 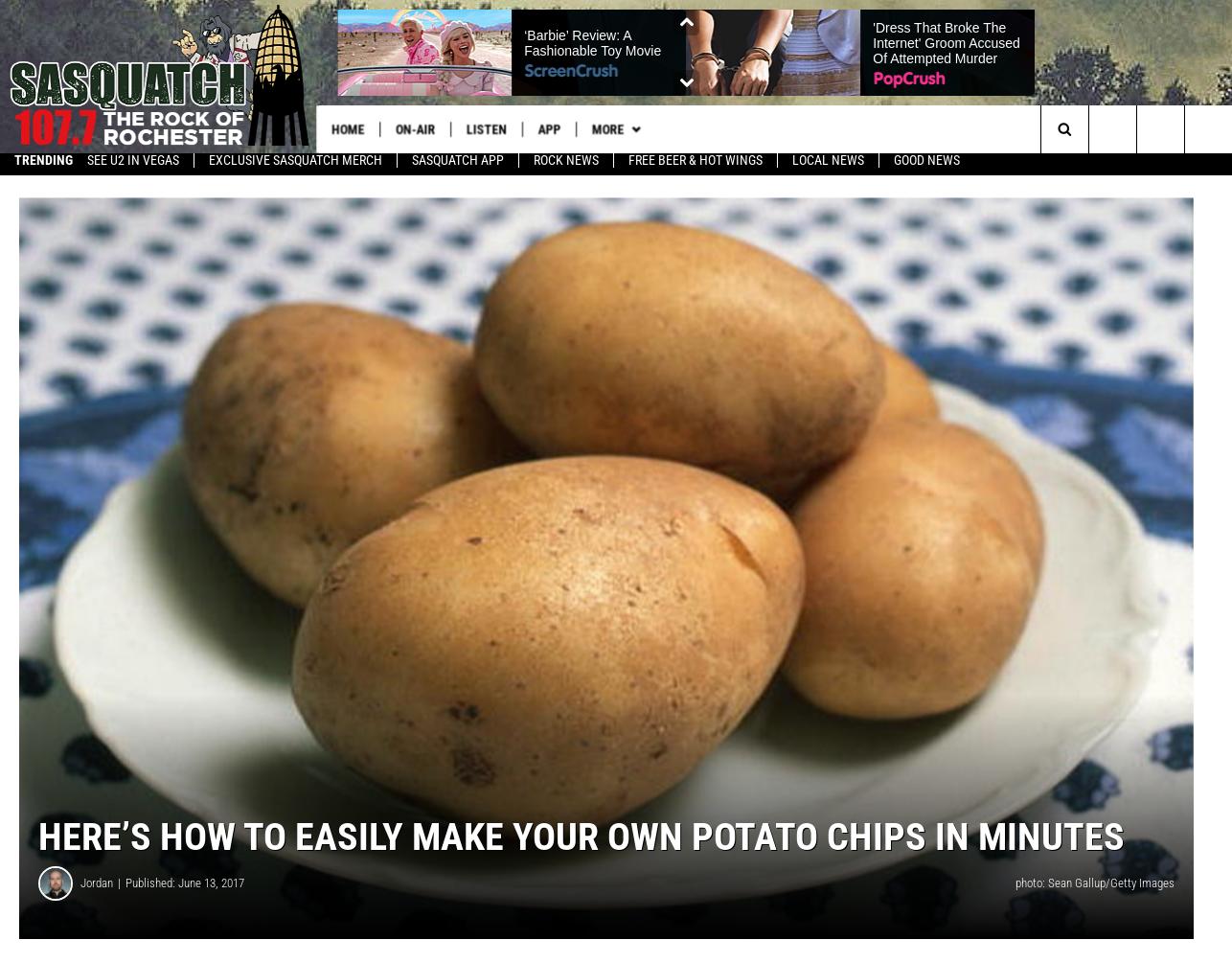 I want to click on 'Here’s How To Easily Make Your Own Potato Chips In Minutes', so click(x=37, y=844).